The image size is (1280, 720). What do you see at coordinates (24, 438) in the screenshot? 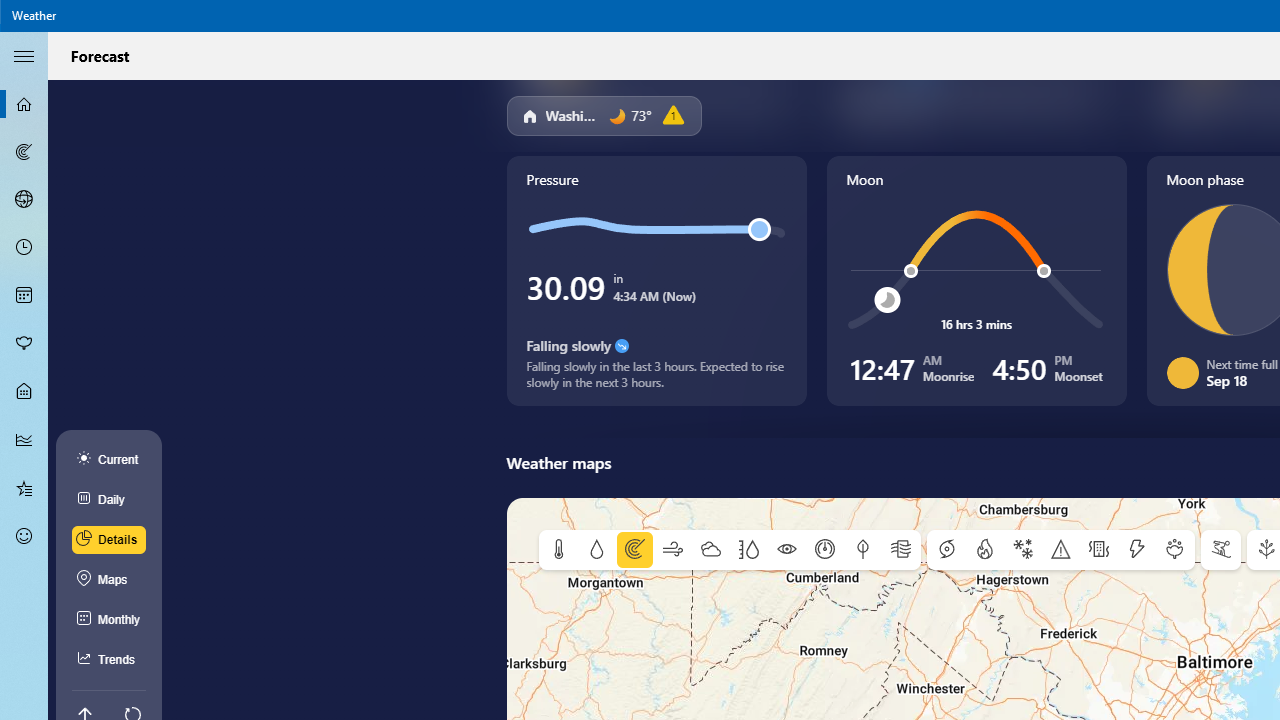
I see `'Historical Weather - Not Selected'` at bounding box center [24, 438].